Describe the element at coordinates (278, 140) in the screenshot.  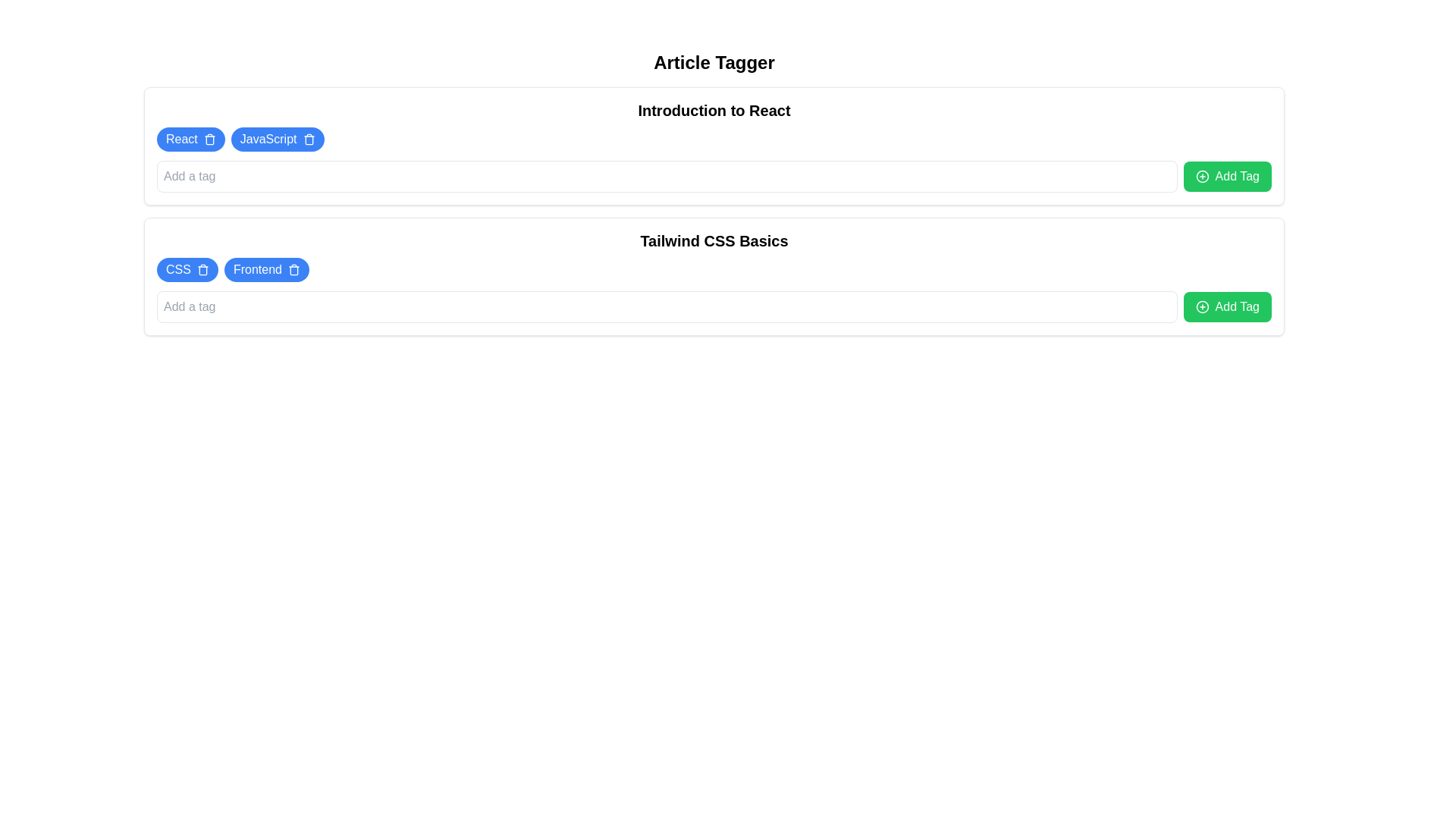
I see `the blue pill-shaped tag with the text 'JavaScript'` at that location.